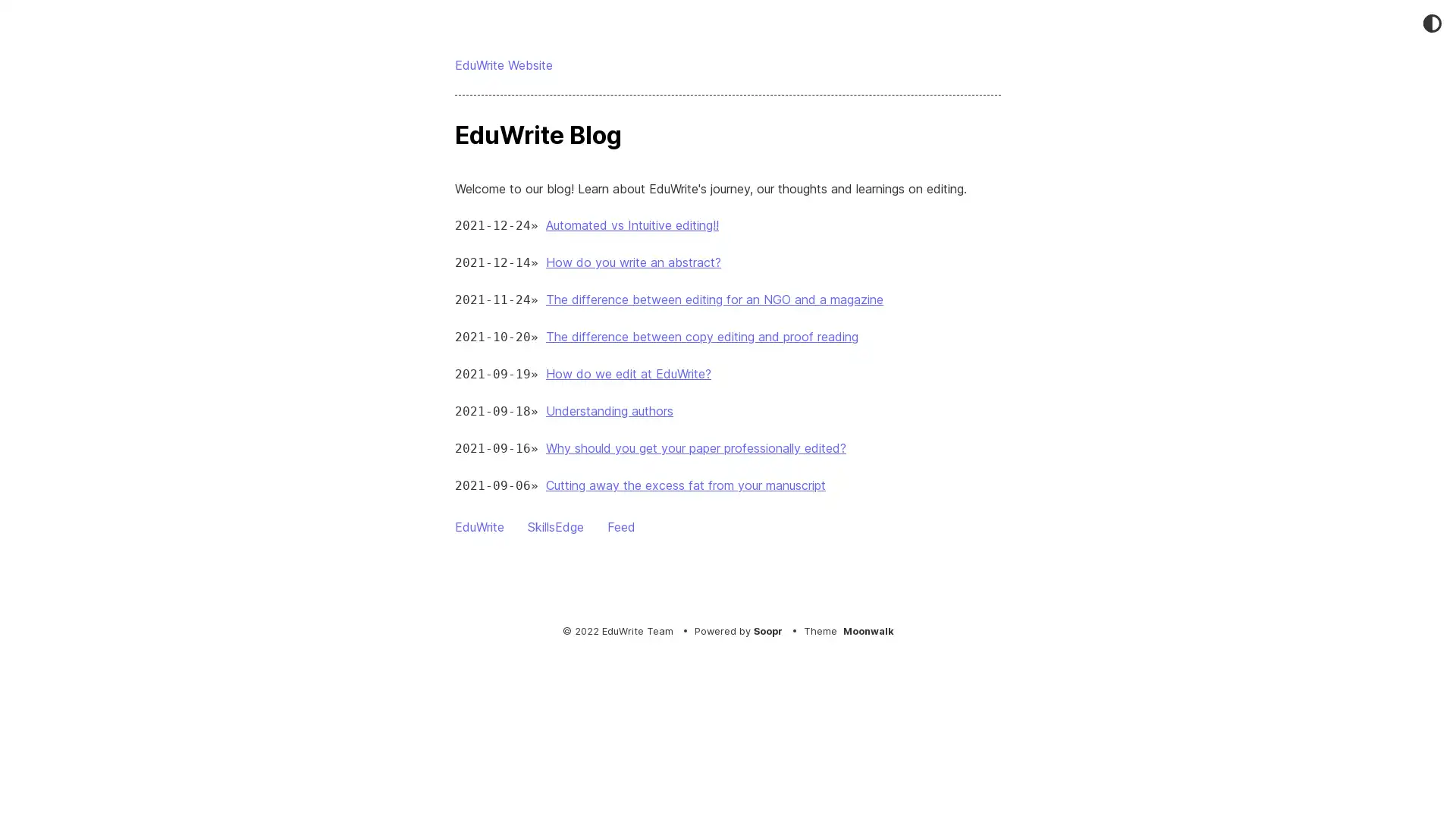 This screenshot has height=819, width=1456. I want to click on Toggle Theme, so click(1430, 24).